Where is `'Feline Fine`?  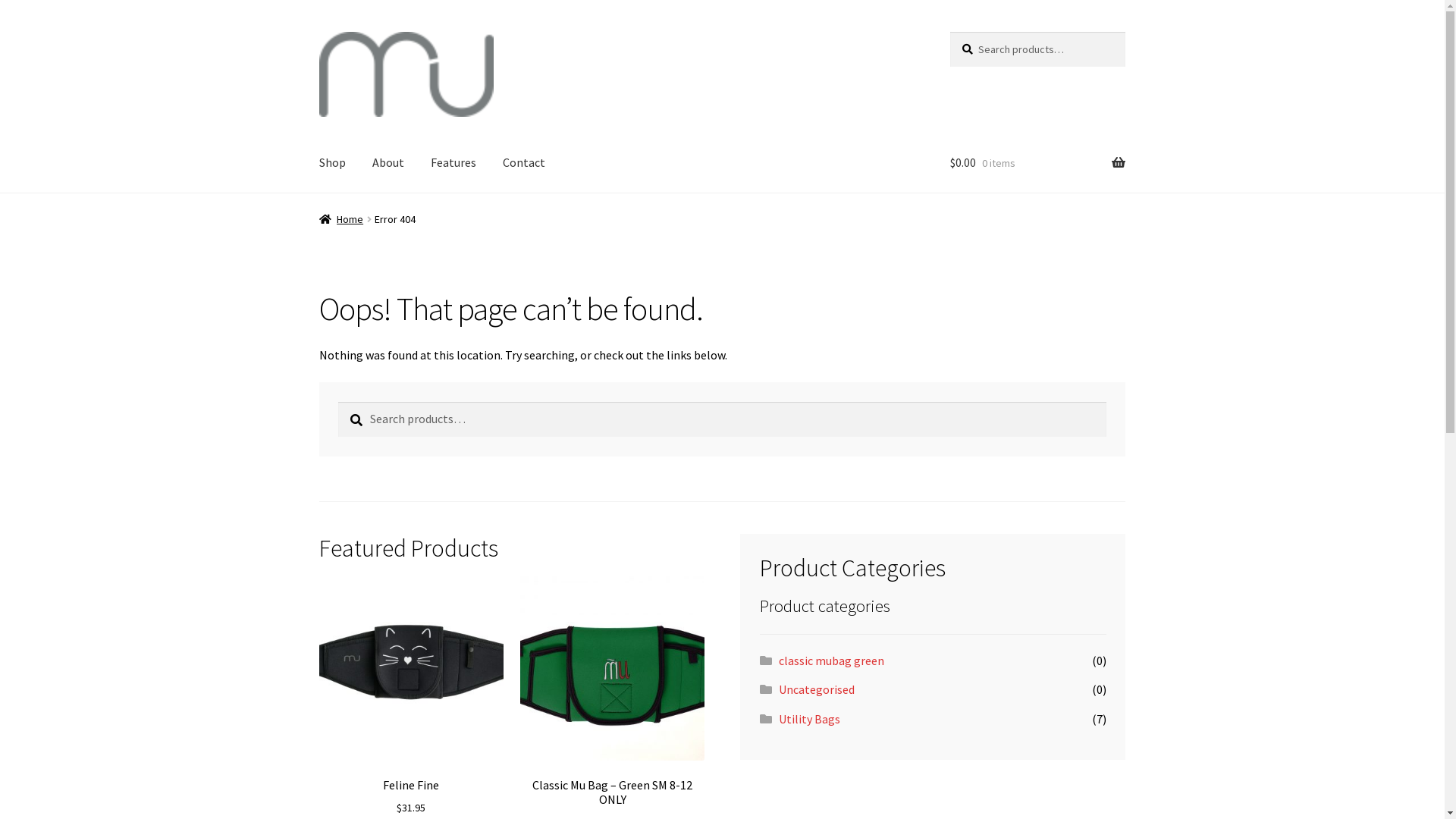 'Feline Fine is located at coordinates (411, 696).